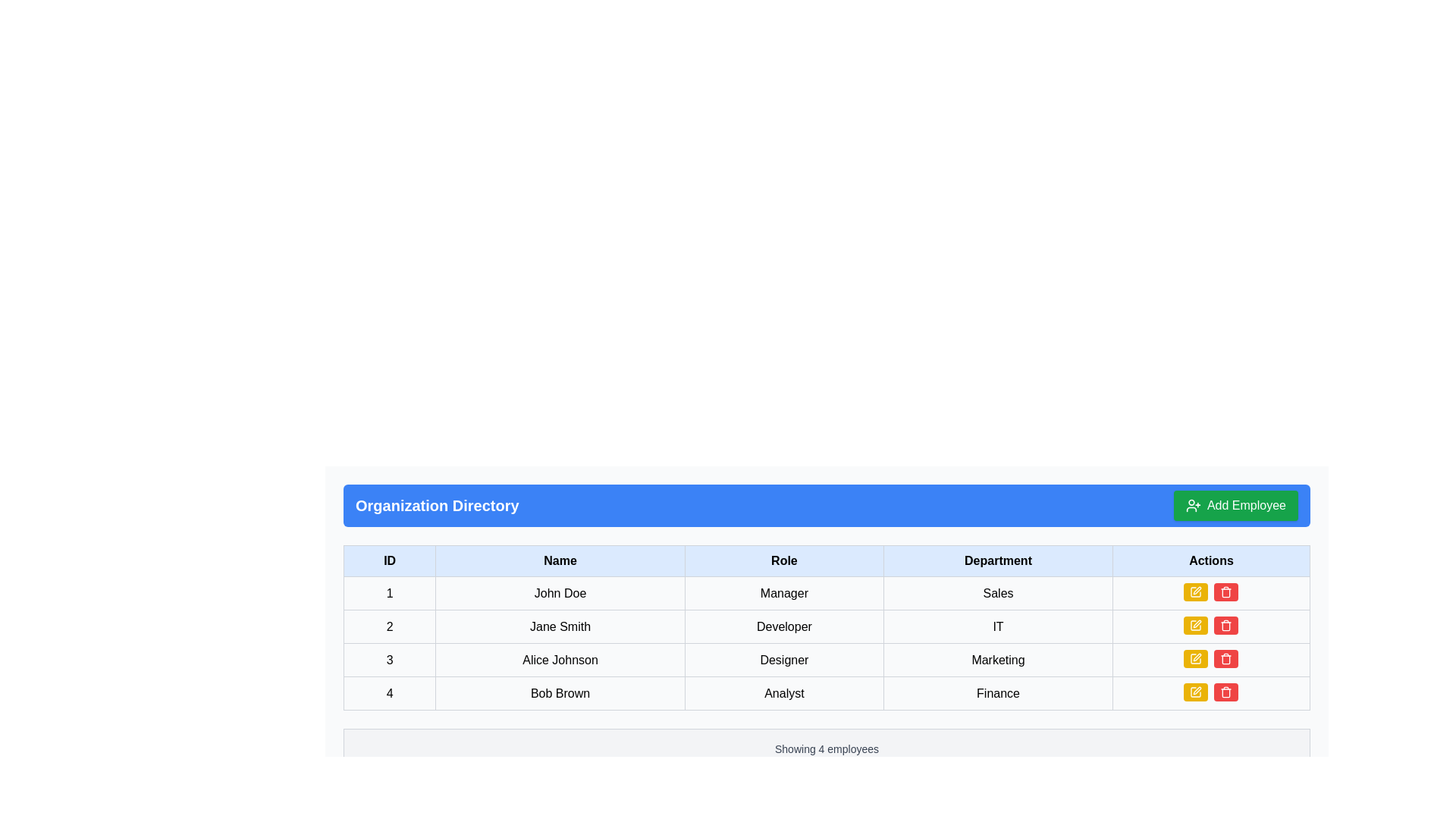 The height and width of the screenshot is (819, 1456). Describe the element at coordinates (1226, 591) in the screenshot. I see `the delete button with an icon located at the rightmost position in the 'Actions' column of the fourth row in the 'Organization Directory' table` at that location.